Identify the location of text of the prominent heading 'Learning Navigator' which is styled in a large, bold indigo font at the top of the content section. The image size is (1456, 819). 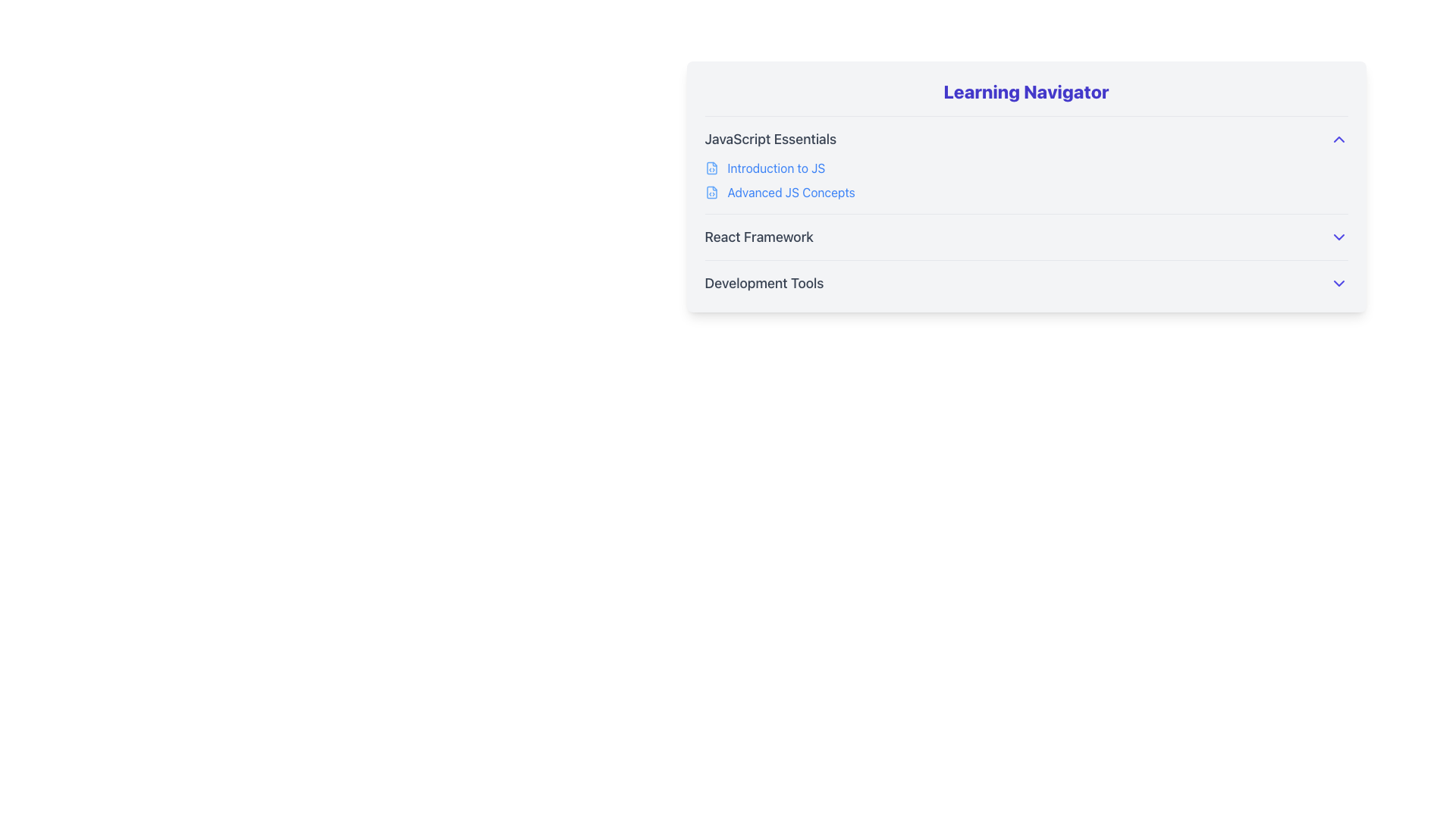
(1026, 91).